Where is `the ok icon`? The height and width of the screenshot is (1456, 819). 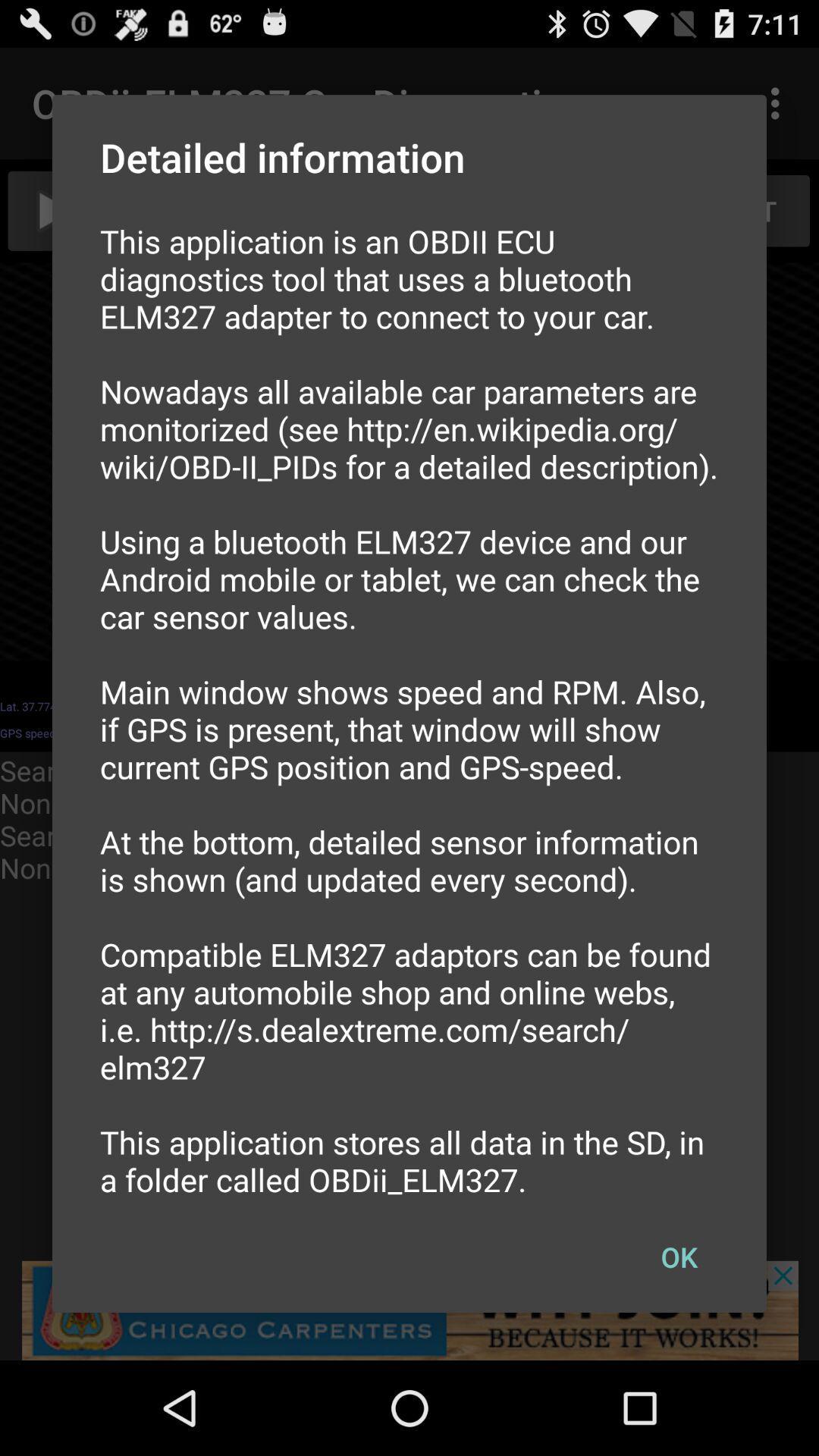
the ok icon is located at coordinates (678, 1257).